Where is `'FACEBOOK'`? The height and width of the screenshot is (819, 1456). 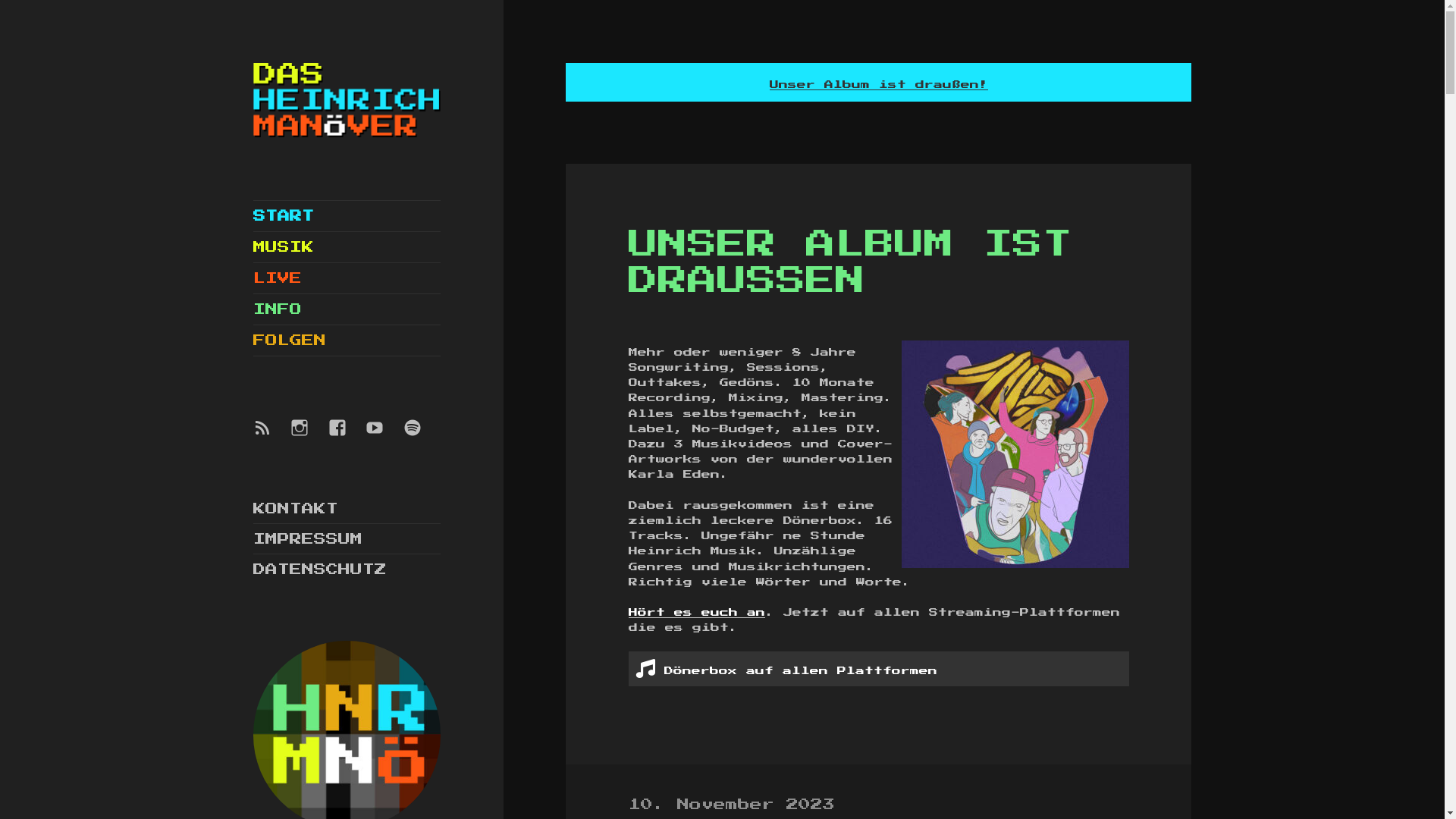 'FACEBOOK' is located at coordinates (345, 436).